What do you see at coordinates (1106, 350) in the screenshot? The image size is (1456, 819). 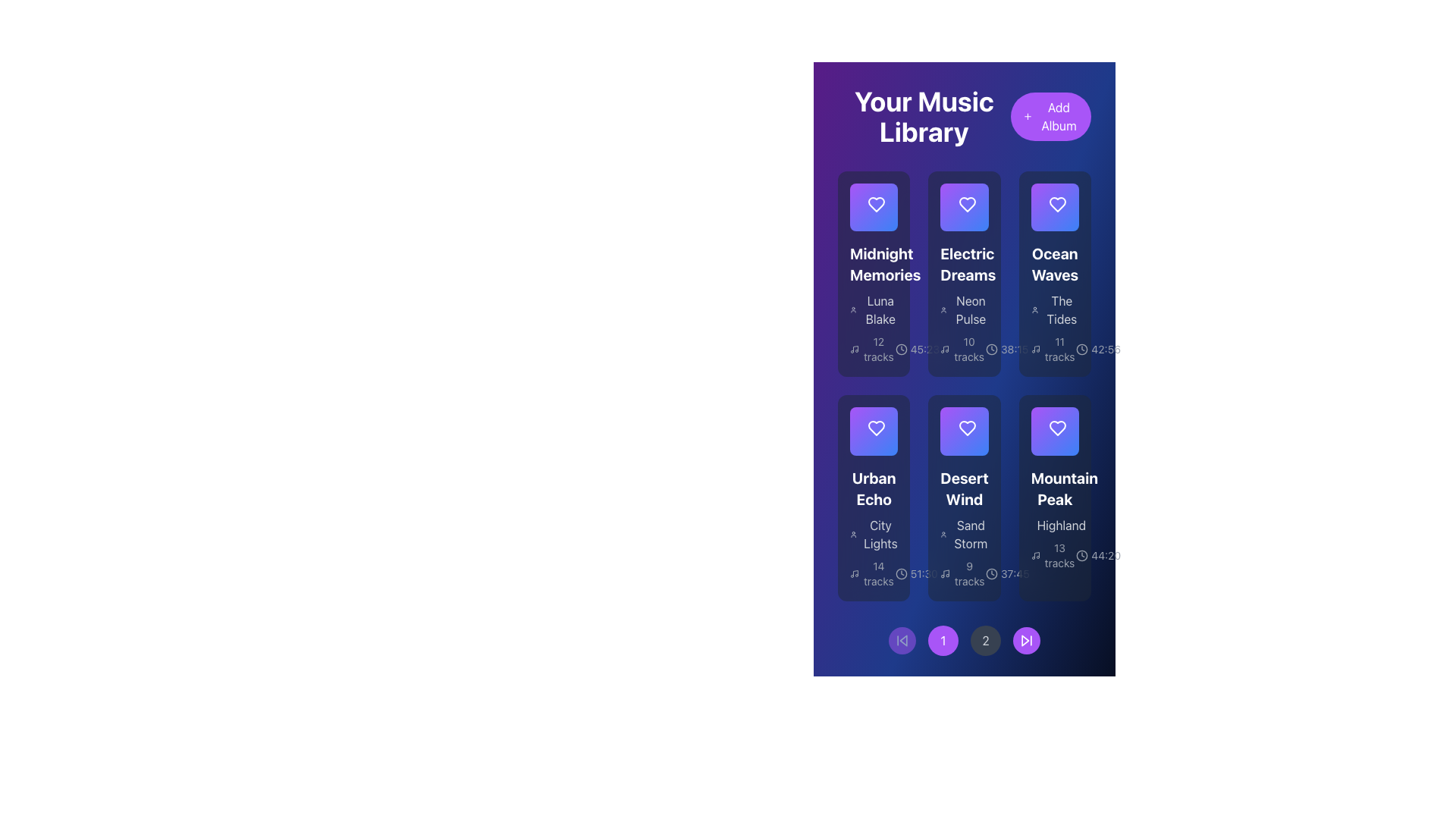 I see `the text label displaying the time duration '42:56' located at the bottom-right section of the 'Ocean Waves' album card, next to the clock icon` at bounding box center [1106, 350].